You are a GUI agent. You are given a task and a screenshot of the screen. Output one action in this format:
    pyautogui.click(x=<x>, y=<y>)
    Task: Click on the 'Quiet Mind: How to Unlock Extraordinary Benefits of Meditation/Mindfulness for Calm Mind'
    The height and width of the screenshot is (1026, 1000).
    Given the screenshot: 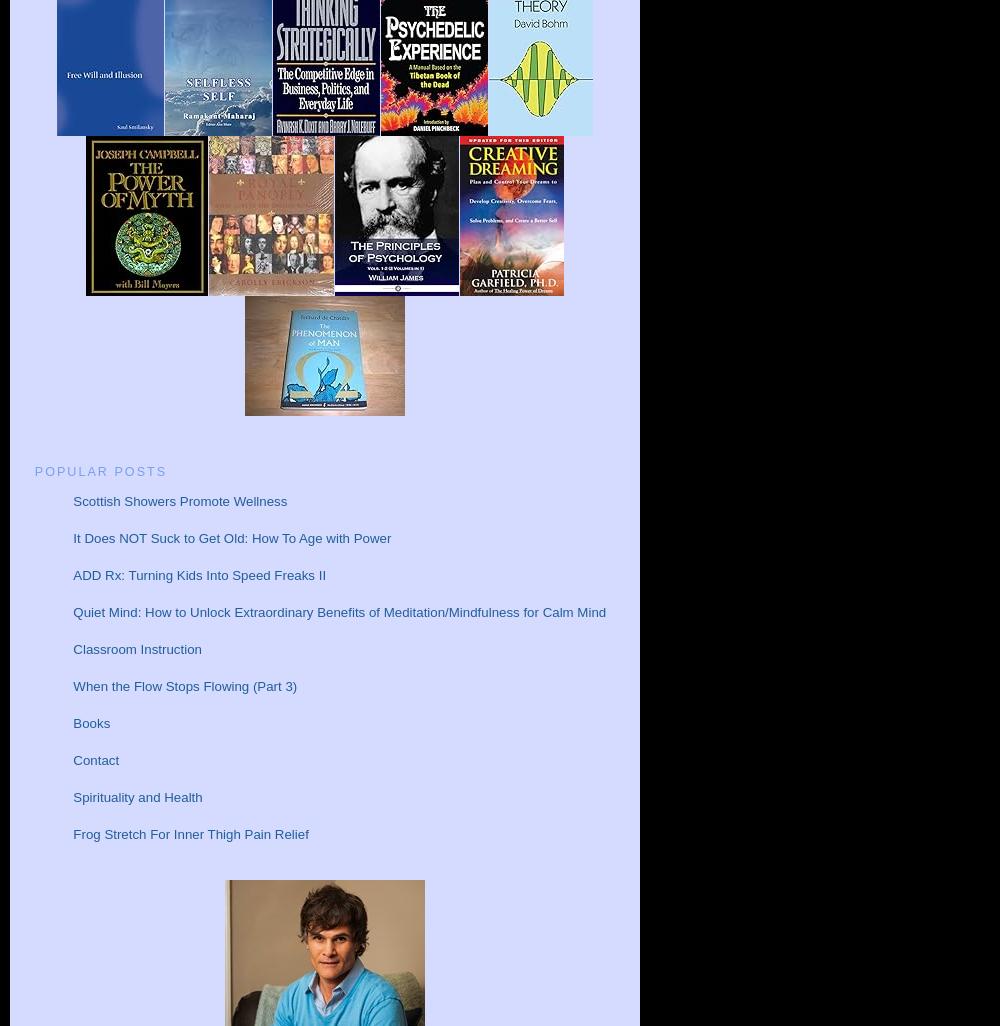 What is the action you would take?
    pyautogui.click(x=72, y=610)
    